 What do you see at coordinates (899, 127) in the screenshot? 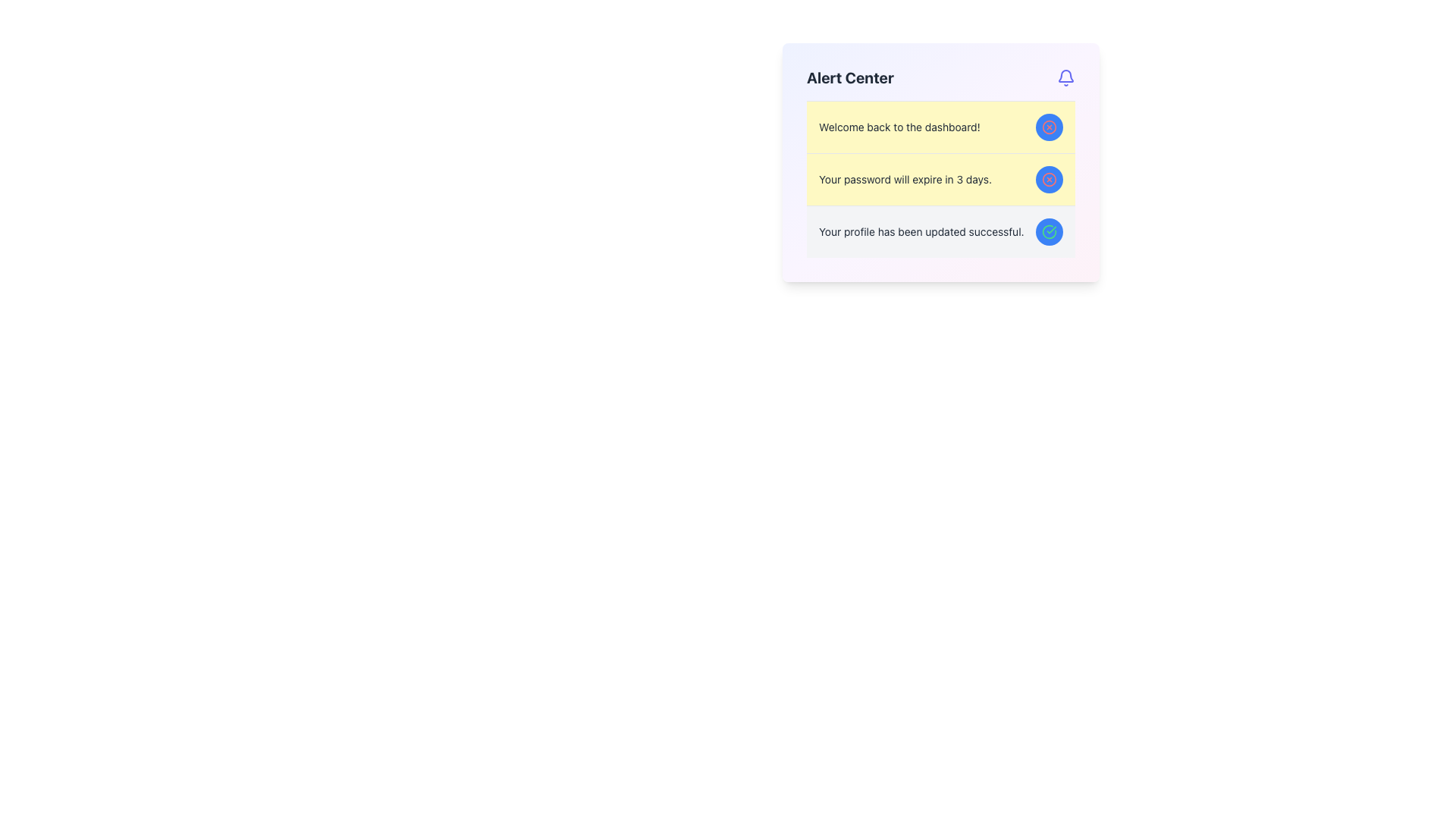
I see `the welcoming message text label located in the upper section of the yellow-highlighted notification block within the Alert Center` at bounding box center [899, 127].